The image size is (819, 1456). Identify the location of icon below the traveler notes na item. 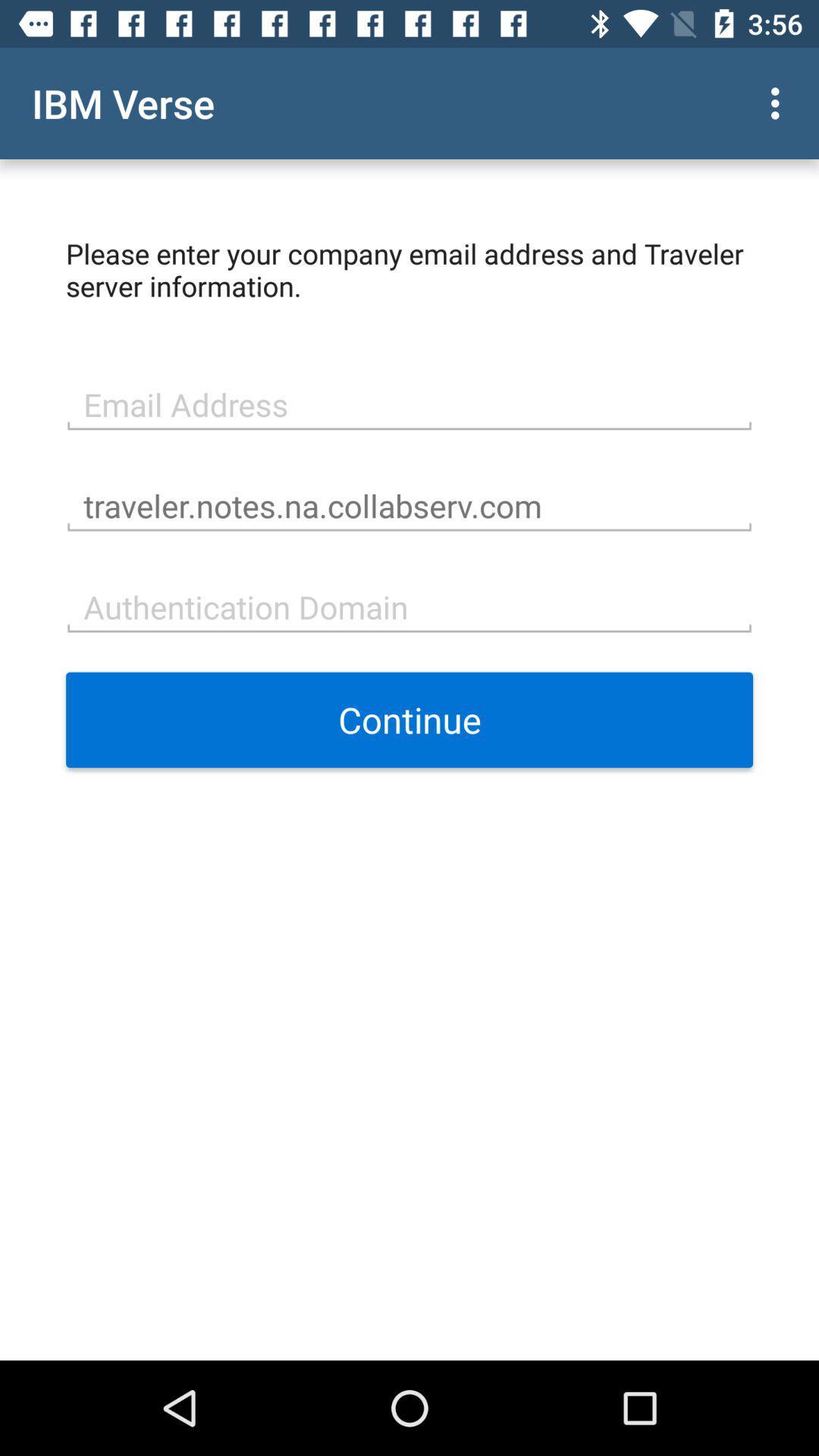
(409, 604).